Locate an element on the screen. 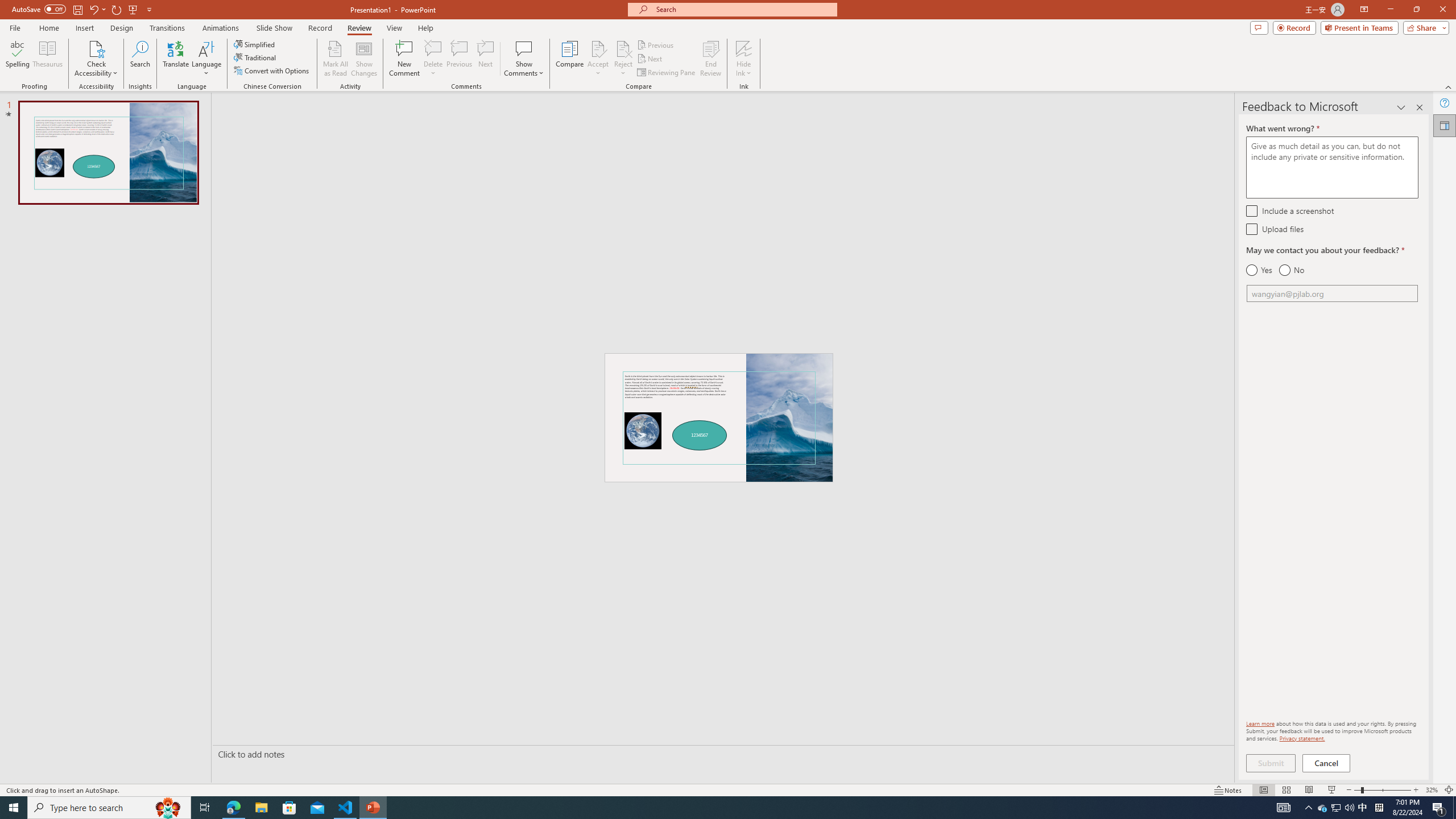  'Check Accessibility' is located at coordinates (95, 59).